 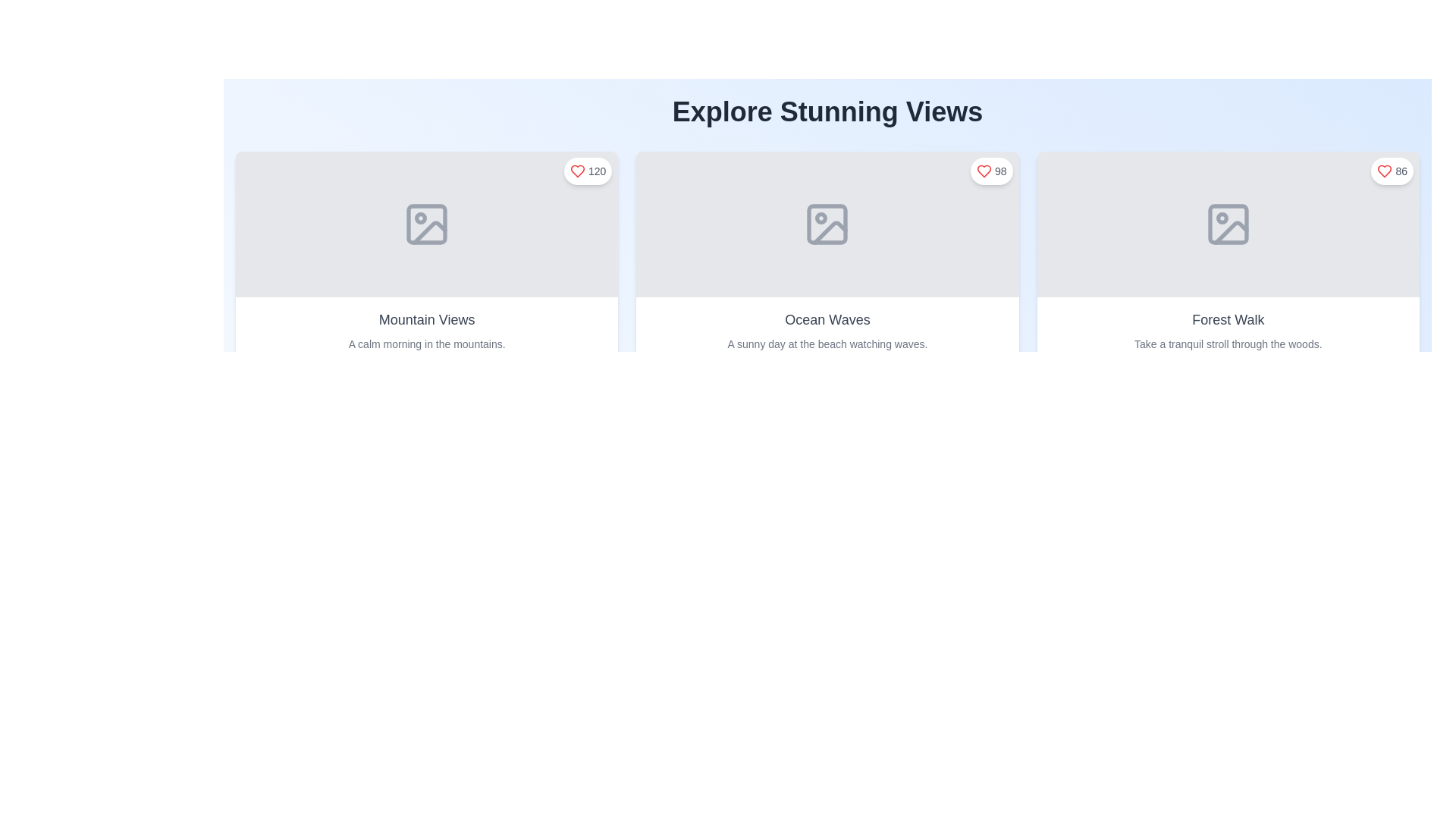 What do you see at coordinates (421, 218) in the screenshot?
I see `the small circular shape within the SVG element that represents an image placeholder in the first card of the layout` at bounding box center [421, 218].